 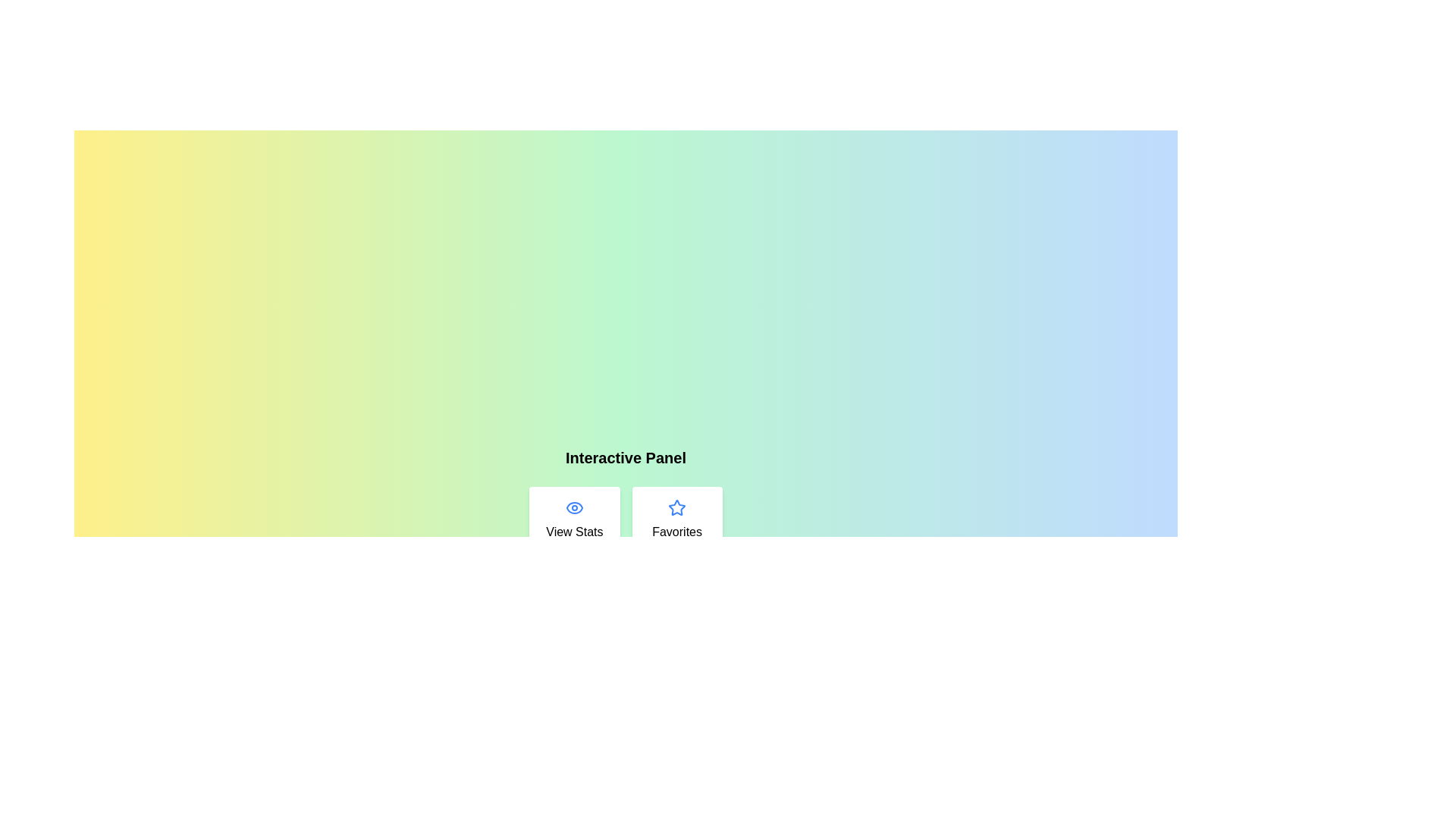 I want to click on the star-shaped icon with a blue outline located in the 'Favorites' panel at the top-center, positioned above the text 'Favorites', so click(x=676, y=508).